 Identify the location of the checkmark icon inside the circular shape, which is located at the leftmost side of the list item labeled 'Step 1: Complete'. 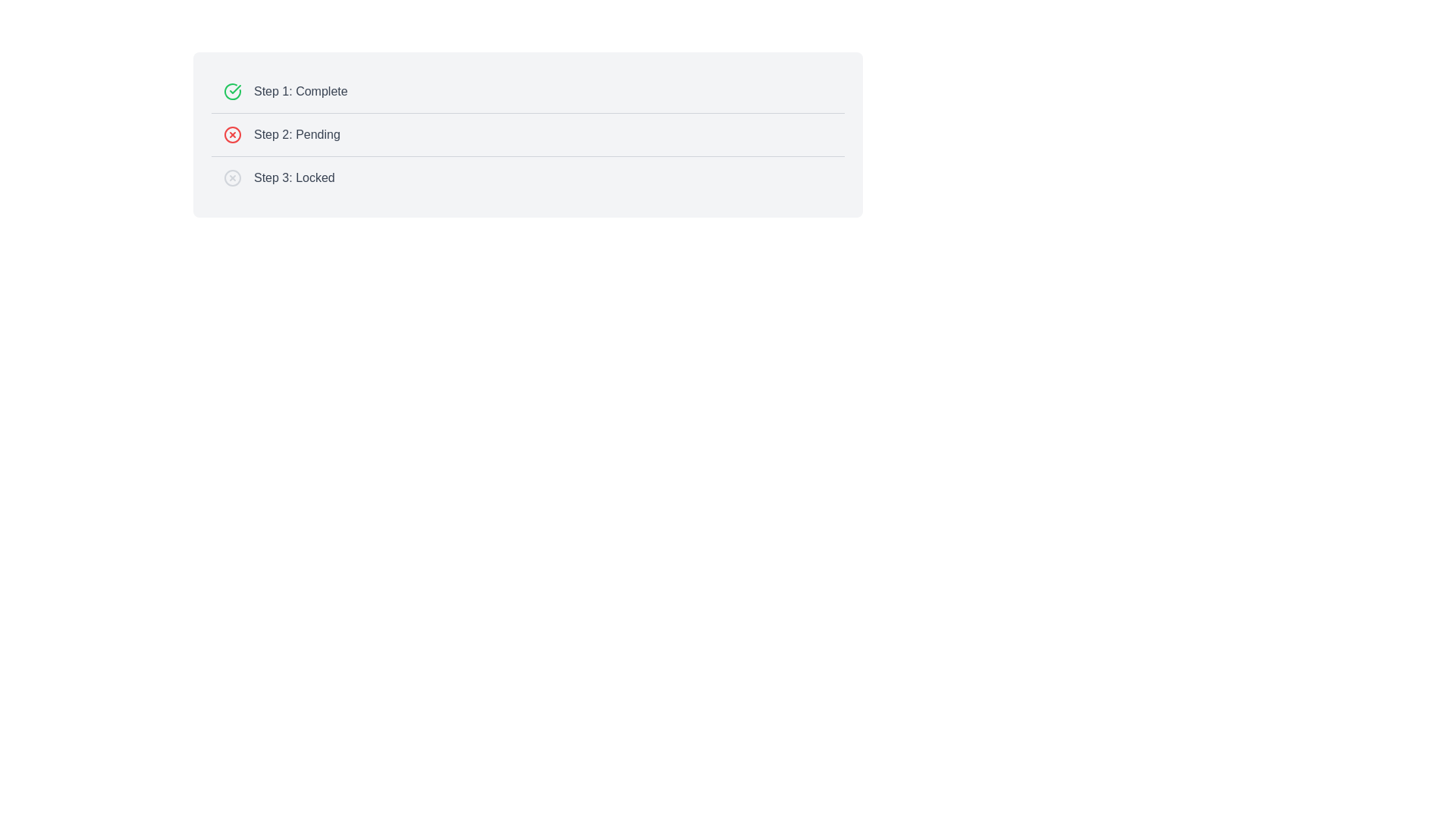
(234, 89).